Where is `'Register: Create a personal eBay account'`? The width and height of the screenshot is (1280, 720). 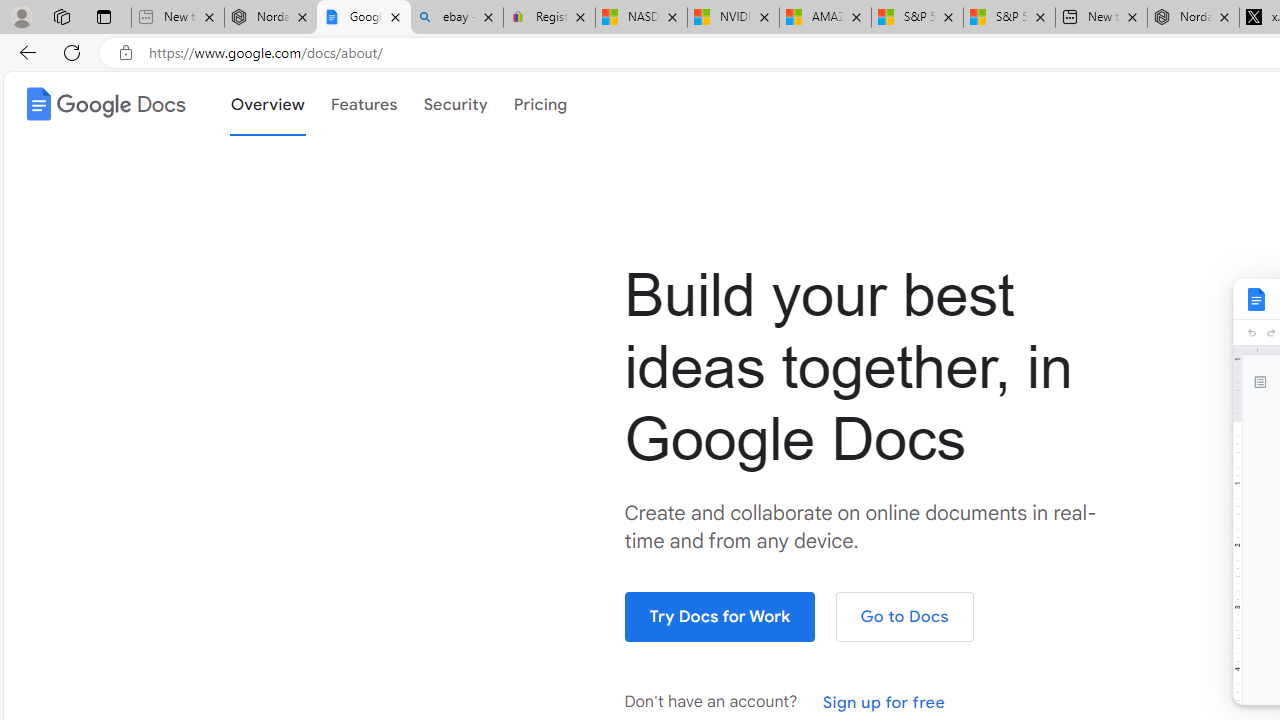 'Register: Create a personal eBay account' is located at coordinates (549, 17).